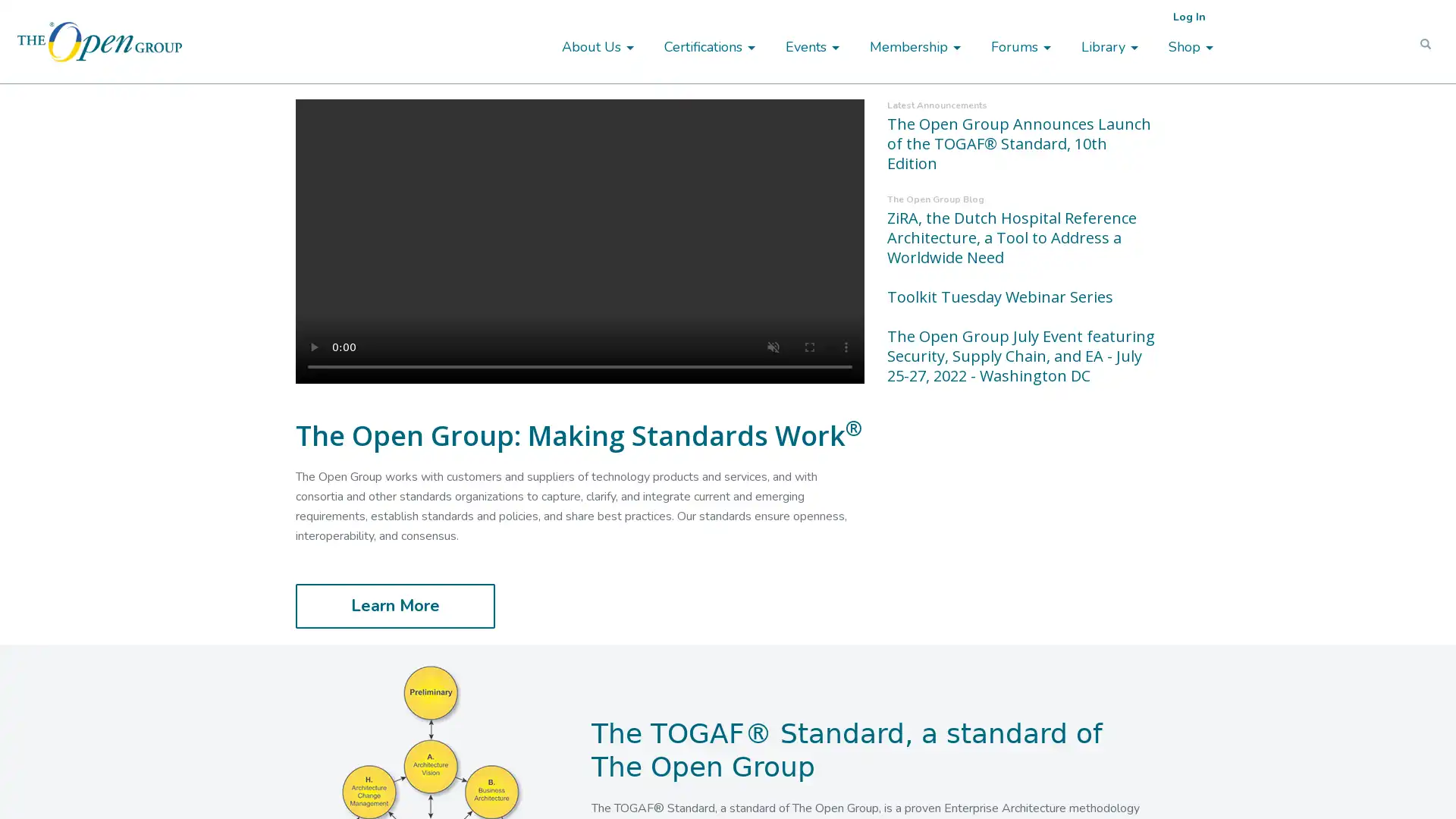  I want to click on enter full screen, so click(808, 347).